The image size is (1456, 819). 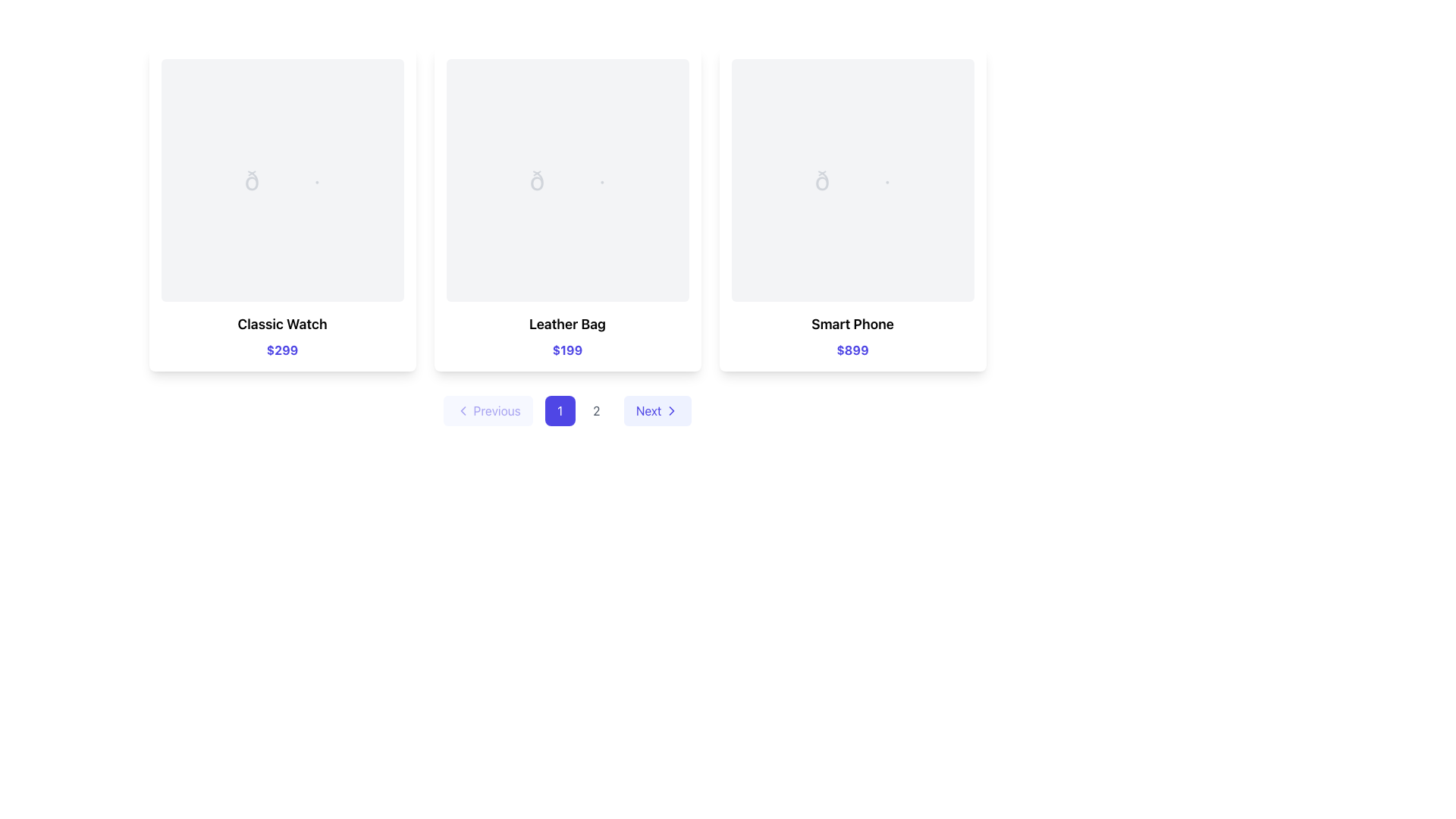 What do you see at coordinates (671, 411) in the screenshot?
I see `the Chevron icon which indicates forward navigation in the pagination section, located to the right of the 'Next' button` at bounding box center [671, 411].